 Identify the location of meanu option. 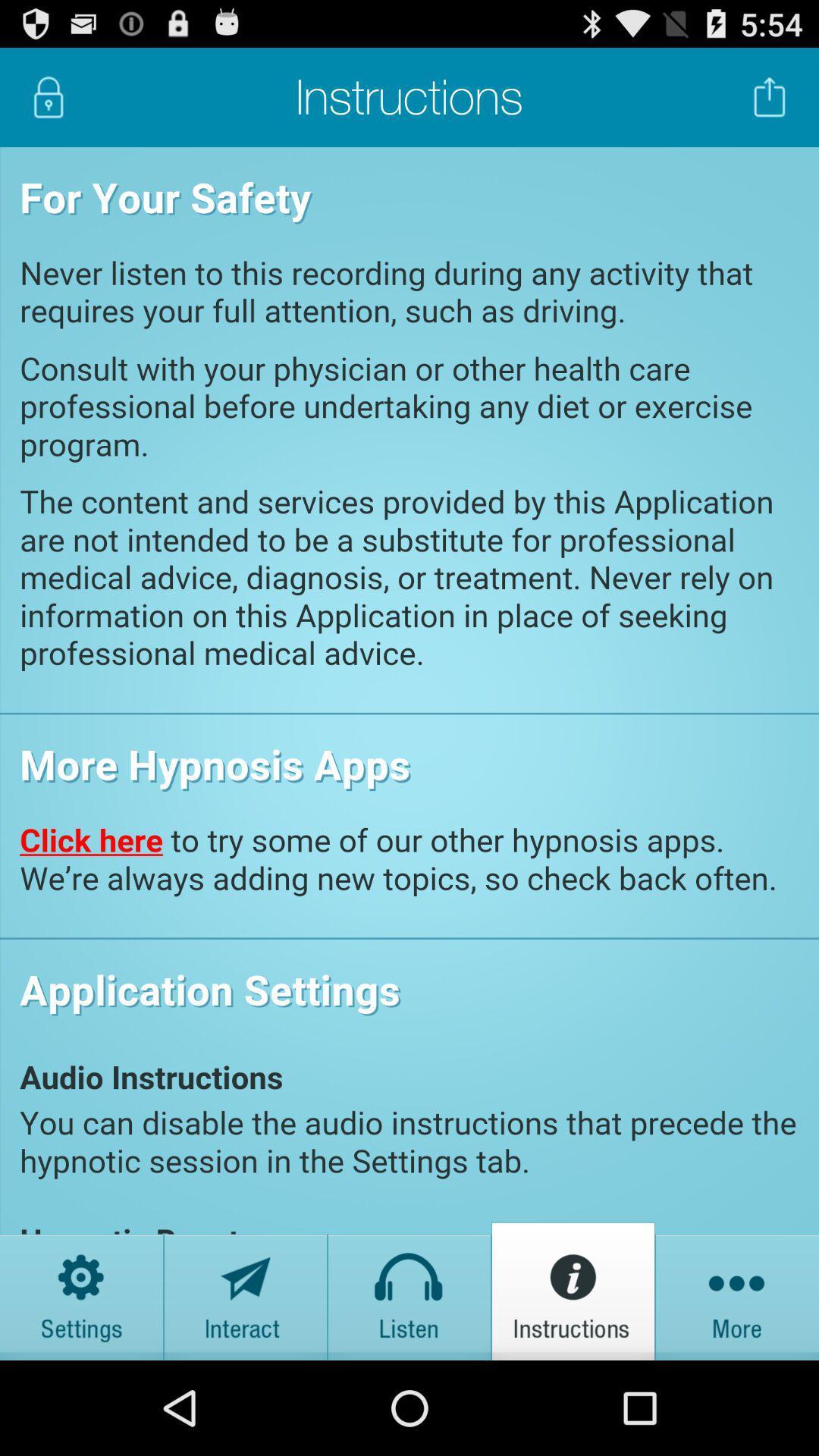
(736, 1290).